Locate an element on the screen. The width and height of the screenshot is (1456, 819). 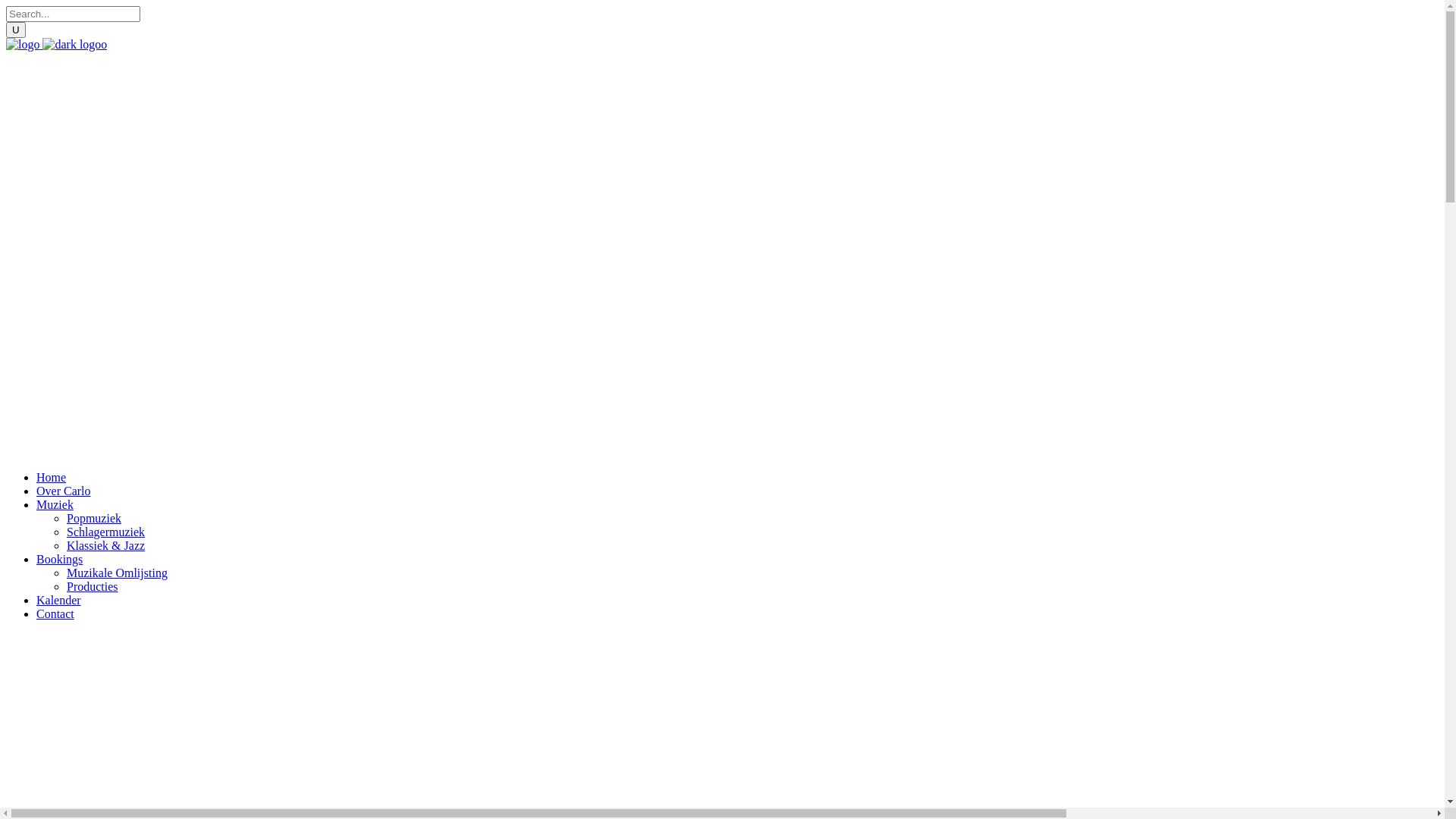
'Home' is located at coordinates (36, 476).